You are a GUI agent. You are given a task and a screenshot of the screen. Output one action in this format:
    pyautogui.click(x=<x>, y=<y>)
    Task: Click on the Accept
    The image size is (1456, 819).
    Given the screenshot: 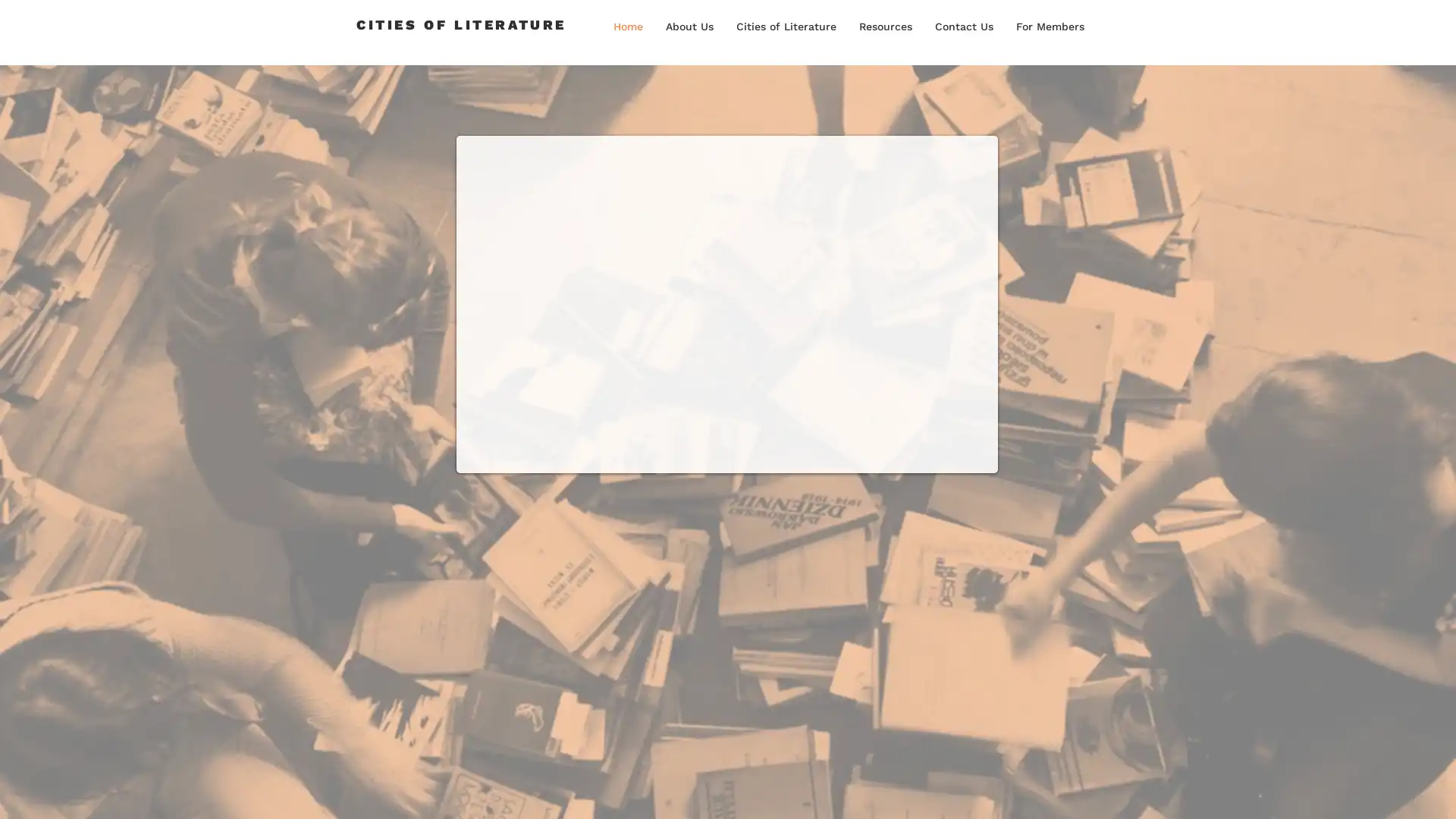 What is the action you would take?
    pyautogui.click(x=1388, y=792)
    